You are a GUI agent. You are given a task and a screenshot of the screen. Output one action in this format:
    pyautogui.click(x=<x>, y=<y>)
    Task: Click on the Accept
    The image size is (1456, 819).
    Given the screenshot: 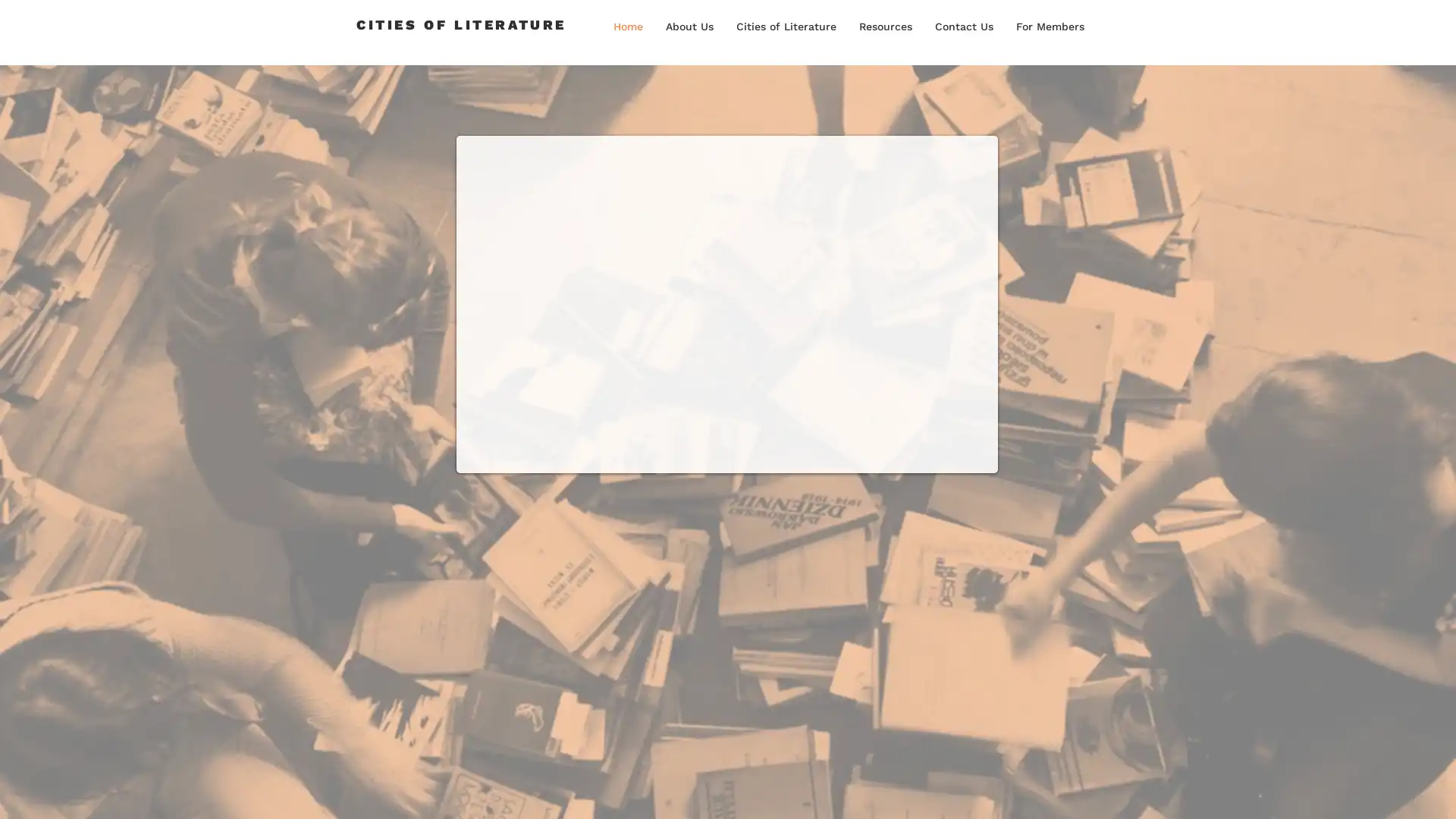 What is the action you would take?
    pyautogui.click(x=1388, y=792)
    